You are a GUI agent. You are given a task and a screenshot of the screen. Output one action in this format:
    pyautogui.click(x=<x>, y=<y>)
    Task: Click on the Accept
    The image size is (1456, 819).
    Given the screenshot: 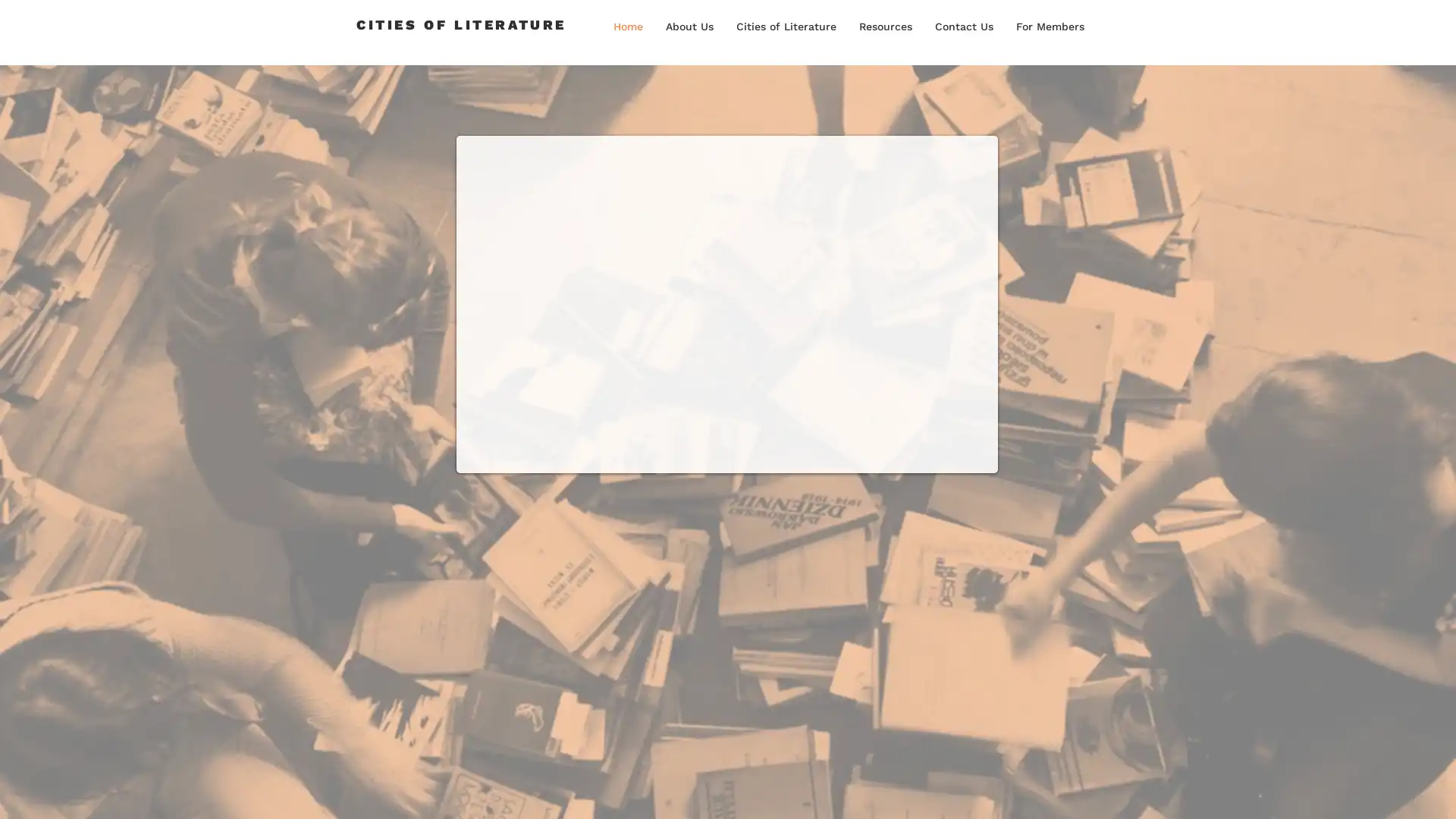 What is the action you would take?
    pyautogui.click(x=1388, y=792)
    